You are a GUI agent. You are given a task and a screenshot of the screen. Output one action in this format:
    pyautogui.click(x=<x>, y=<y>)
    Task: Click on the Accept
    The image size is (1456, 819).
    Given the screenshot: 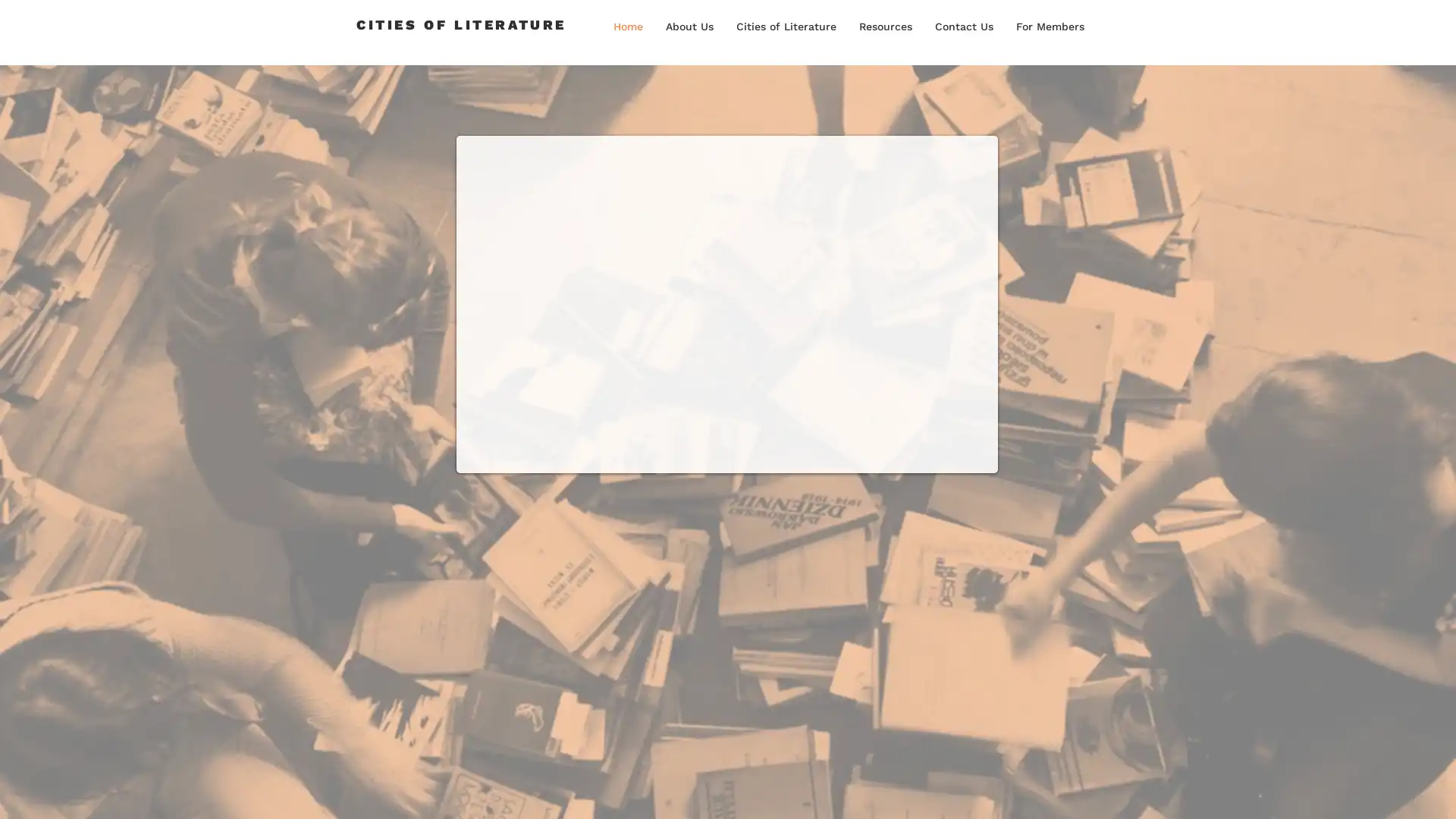 What is the action you would take?
    pyautogui.click(x=1388, y=792)
    